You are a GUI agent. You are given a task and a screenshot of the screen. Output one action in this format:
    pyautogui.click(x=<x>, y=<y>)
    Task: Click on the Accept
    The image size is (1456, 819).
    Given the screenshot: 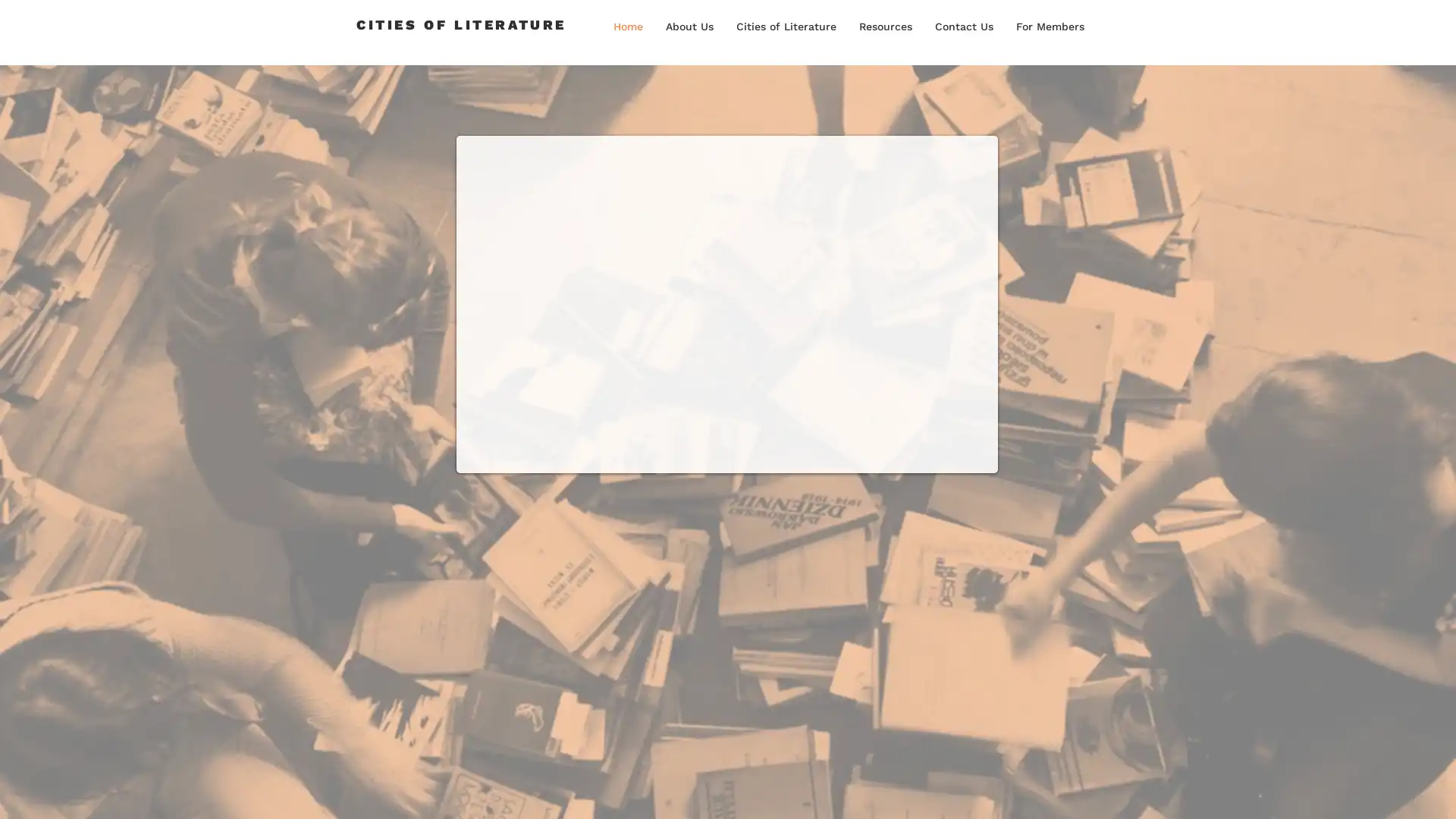 What is the action you would take?
    pyautogui.click(x=1388, y=792)
    